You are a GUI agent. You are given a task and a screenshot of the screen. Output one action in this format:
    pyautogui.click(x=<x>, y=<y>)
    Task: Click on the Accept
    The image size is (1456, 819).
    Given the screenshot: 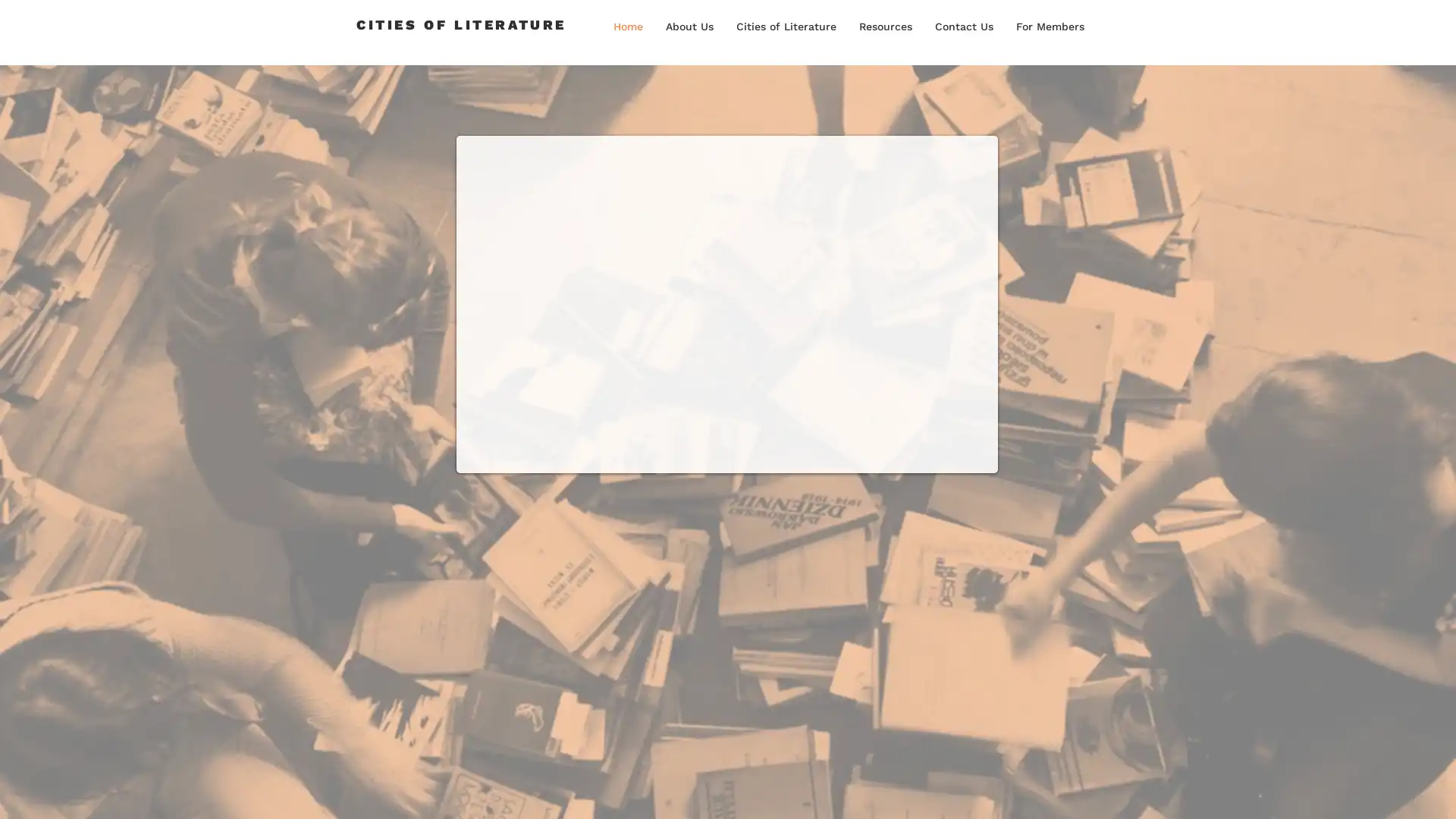 What is the action you would take?
    pyautogui.click(x=1388, y=792)
    